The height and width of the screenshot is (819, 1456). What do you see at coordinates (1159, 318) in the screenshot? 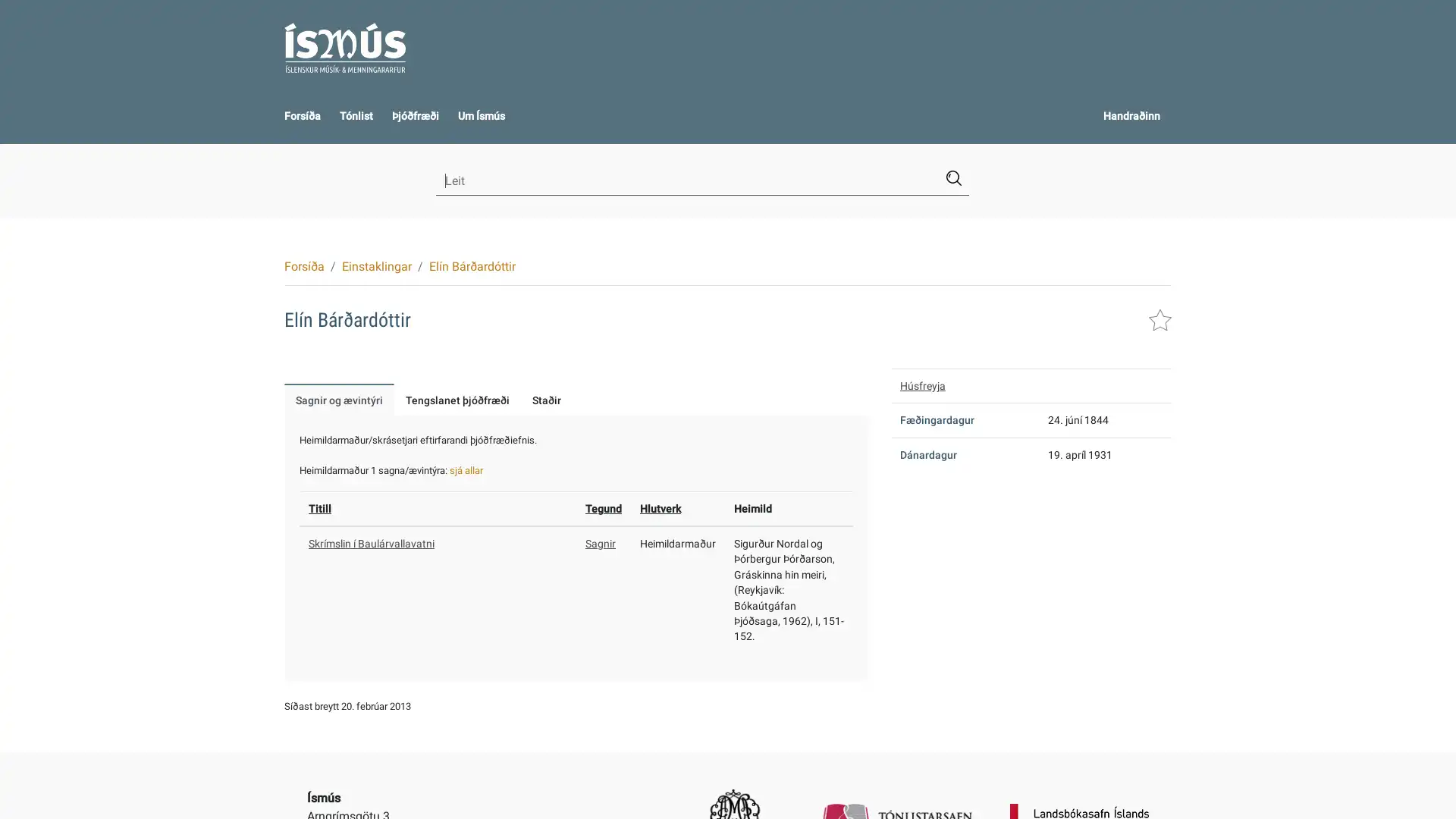
I see `Leggja i handraann` at bounding box center [1159, 318].